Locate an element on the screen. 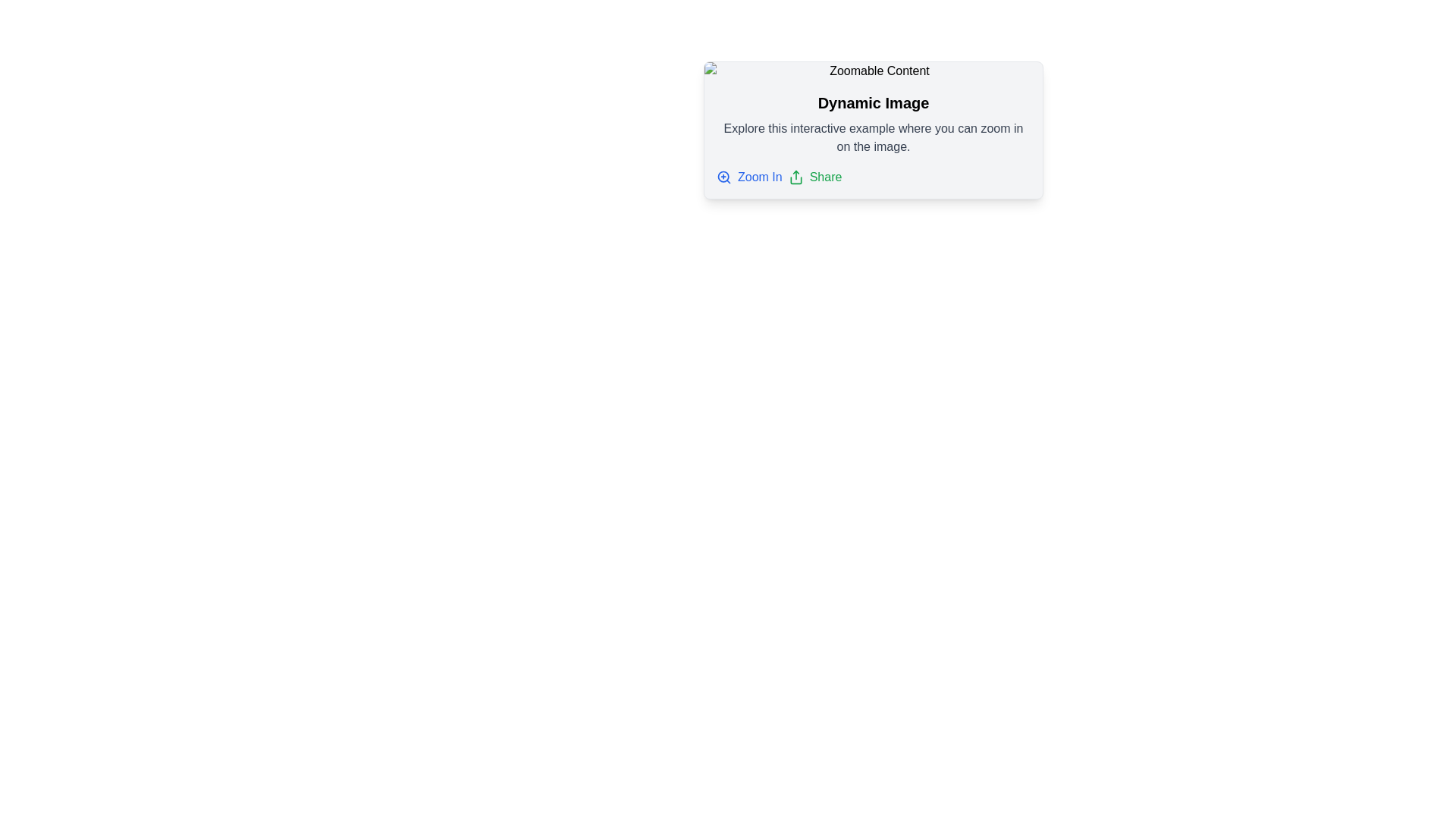  the magnifying glass icon with a '+' sign representing a zoom-in action, located near the left side of the 'Zoom In' label is located at coordinates (723, 177).